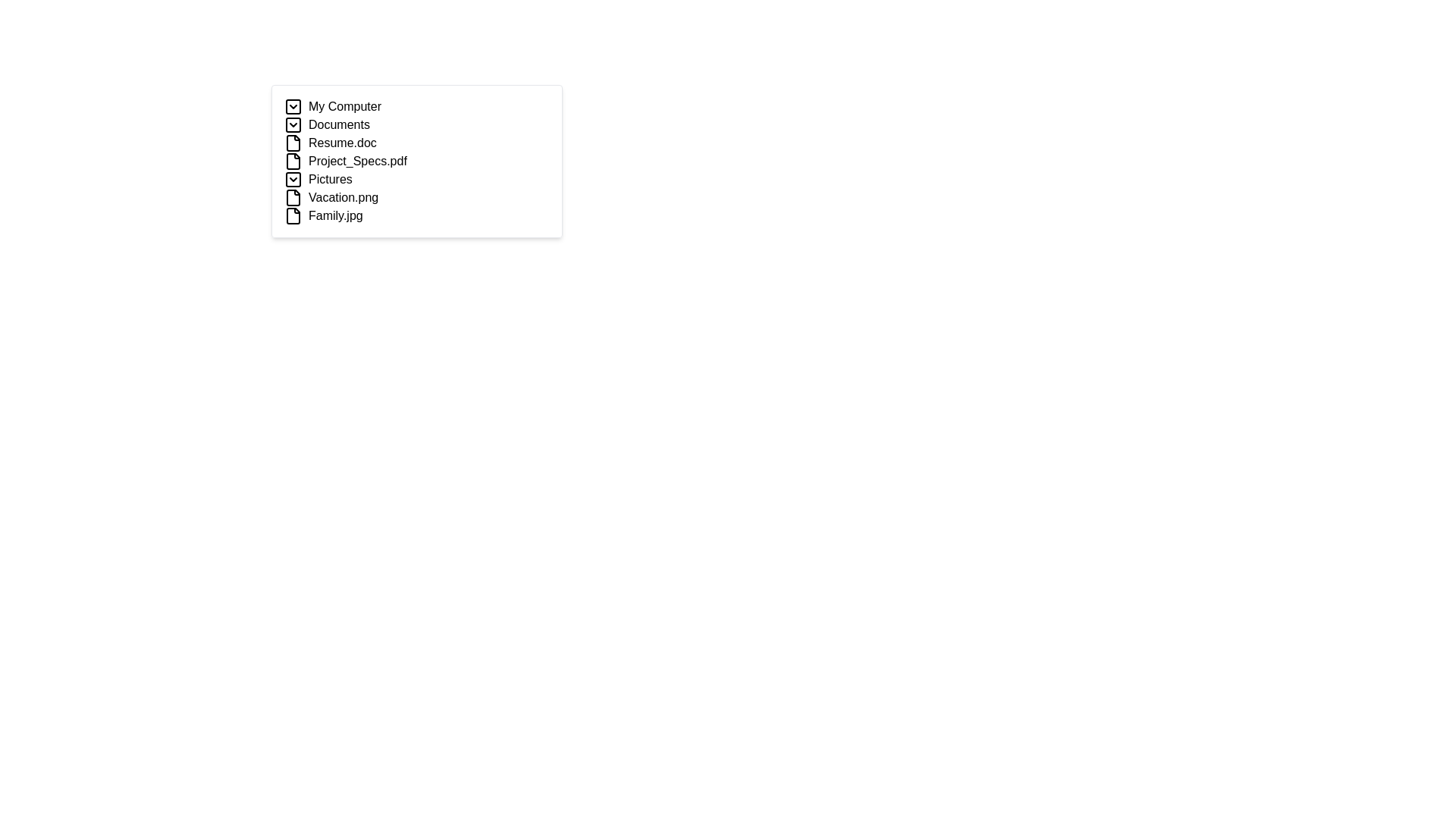  What do you see at coordinates (293, 178) in the screenshot?
I see `the downward-pointing chevron icon` at bounding box center [293, 178].